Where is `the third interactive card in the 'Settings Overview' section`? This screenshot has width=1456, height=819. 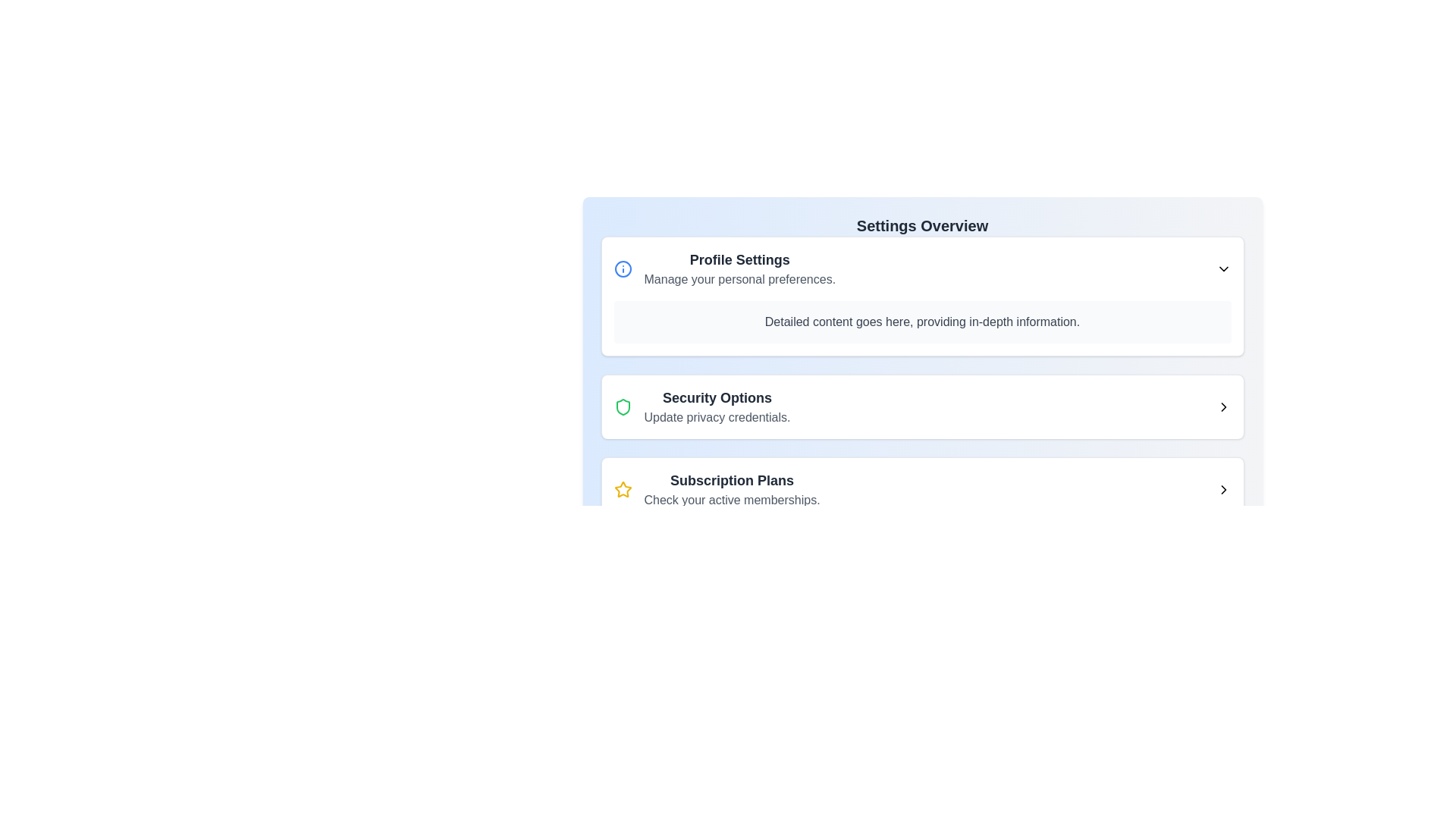 the third interactive card in the 'Settings Overview' section is located at coordinates (921, 489).